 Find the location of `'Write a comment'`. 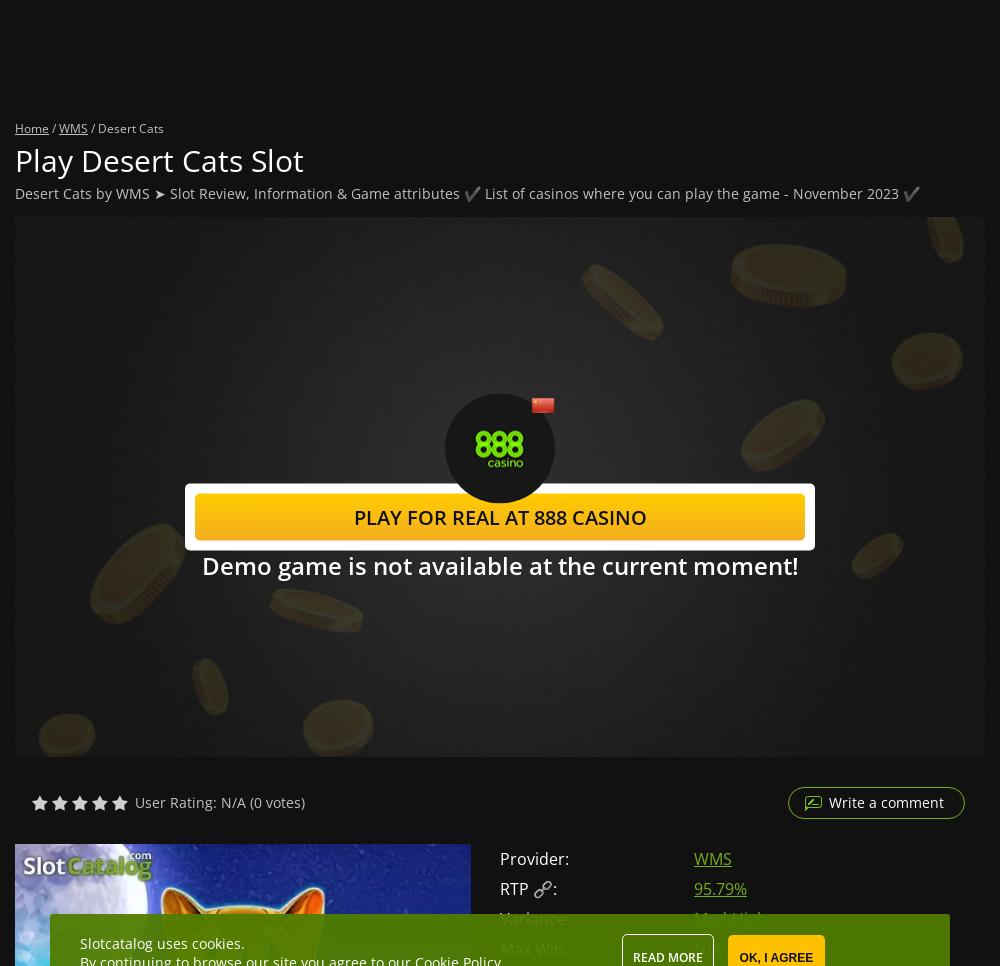

'Write a comment' is located at coordinates (886, 802).